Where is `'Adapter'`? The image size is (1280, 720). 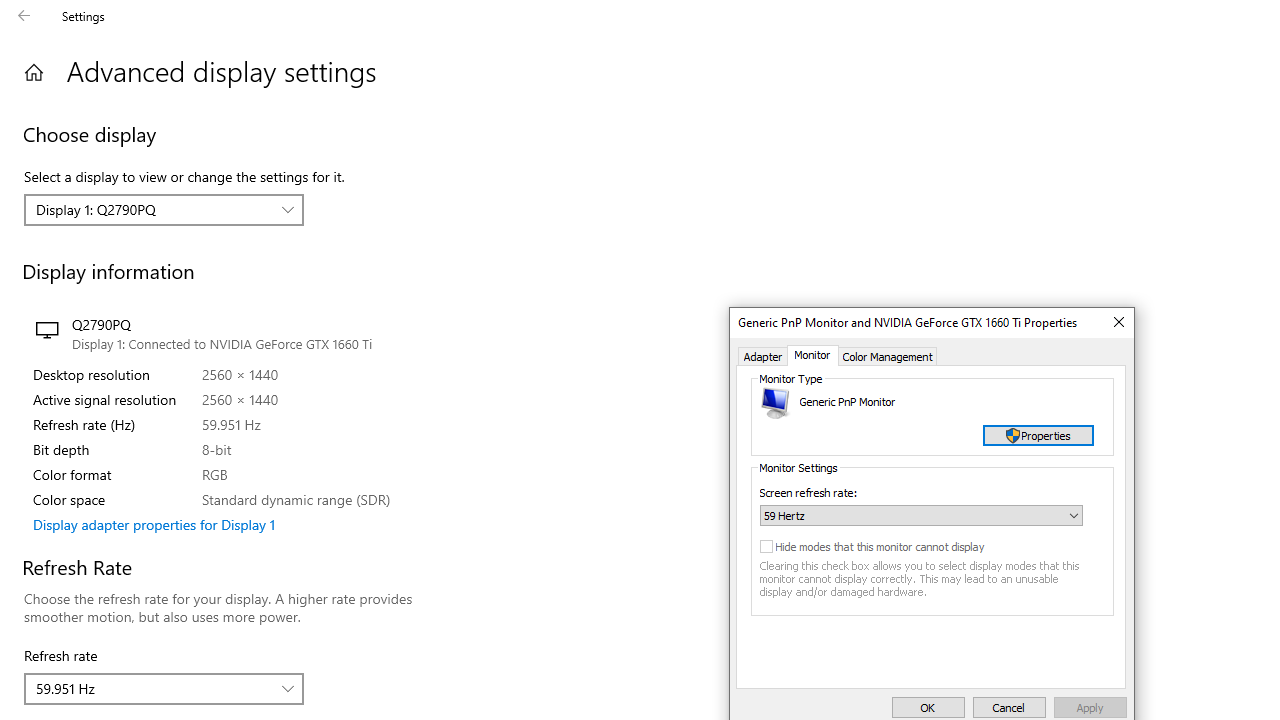 'Adapter' is located at coordinates (762, 355).